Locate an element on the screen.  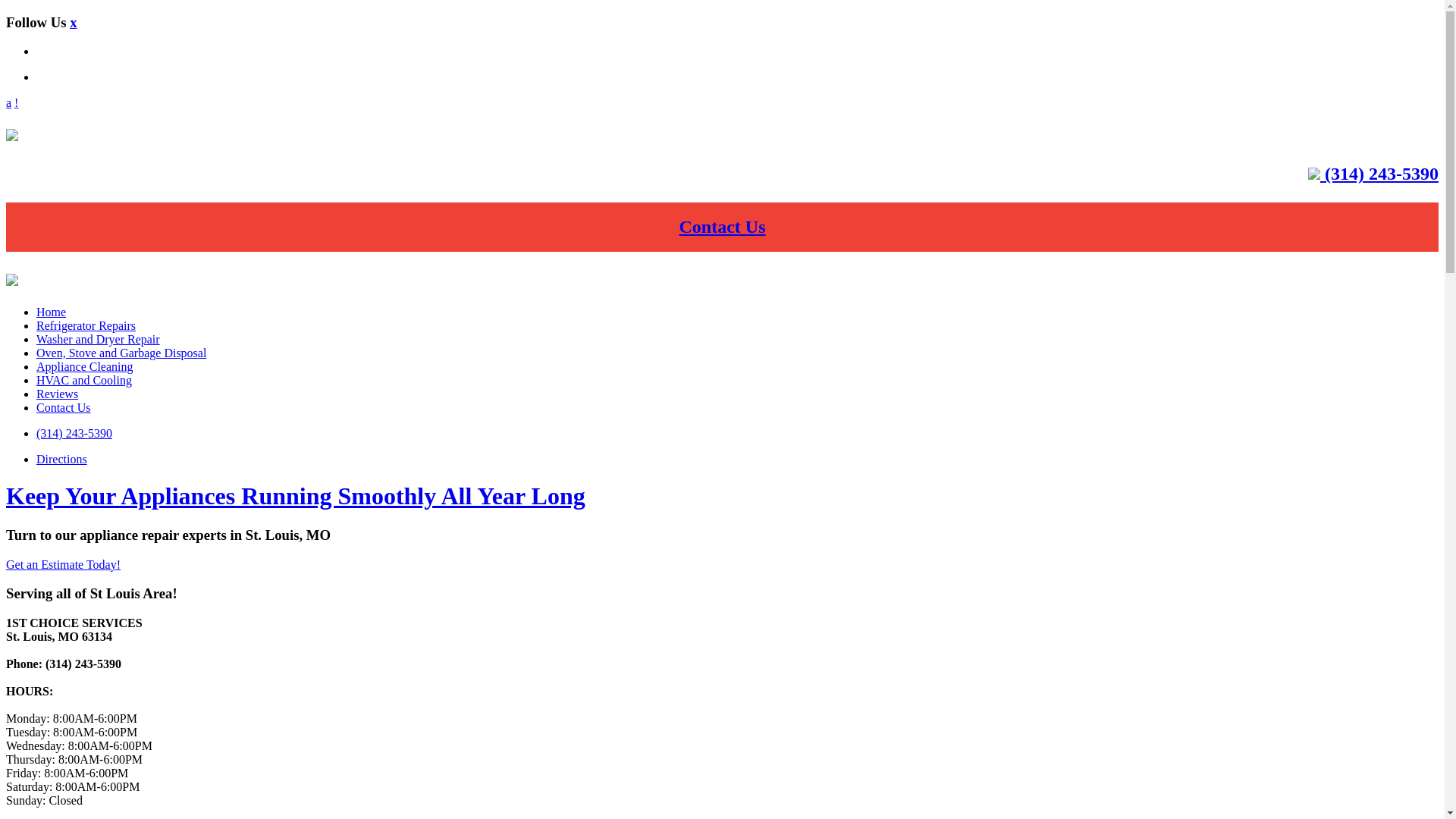
'!' is located at coordinates (16, 102).